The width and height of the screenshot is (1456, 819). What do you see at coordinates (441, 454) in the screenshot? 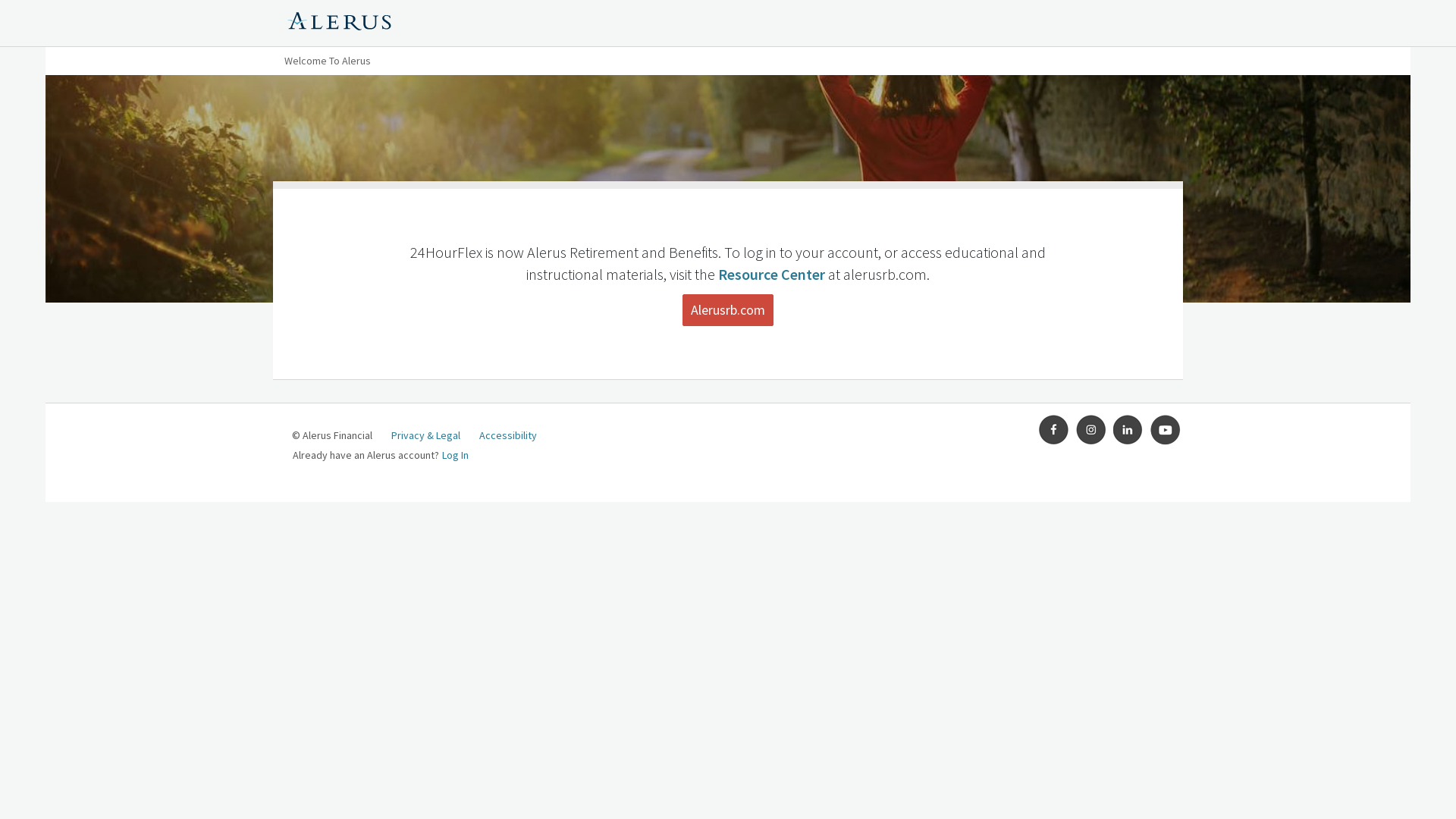
I see `'Log In'` at bounding box center [441, 454].